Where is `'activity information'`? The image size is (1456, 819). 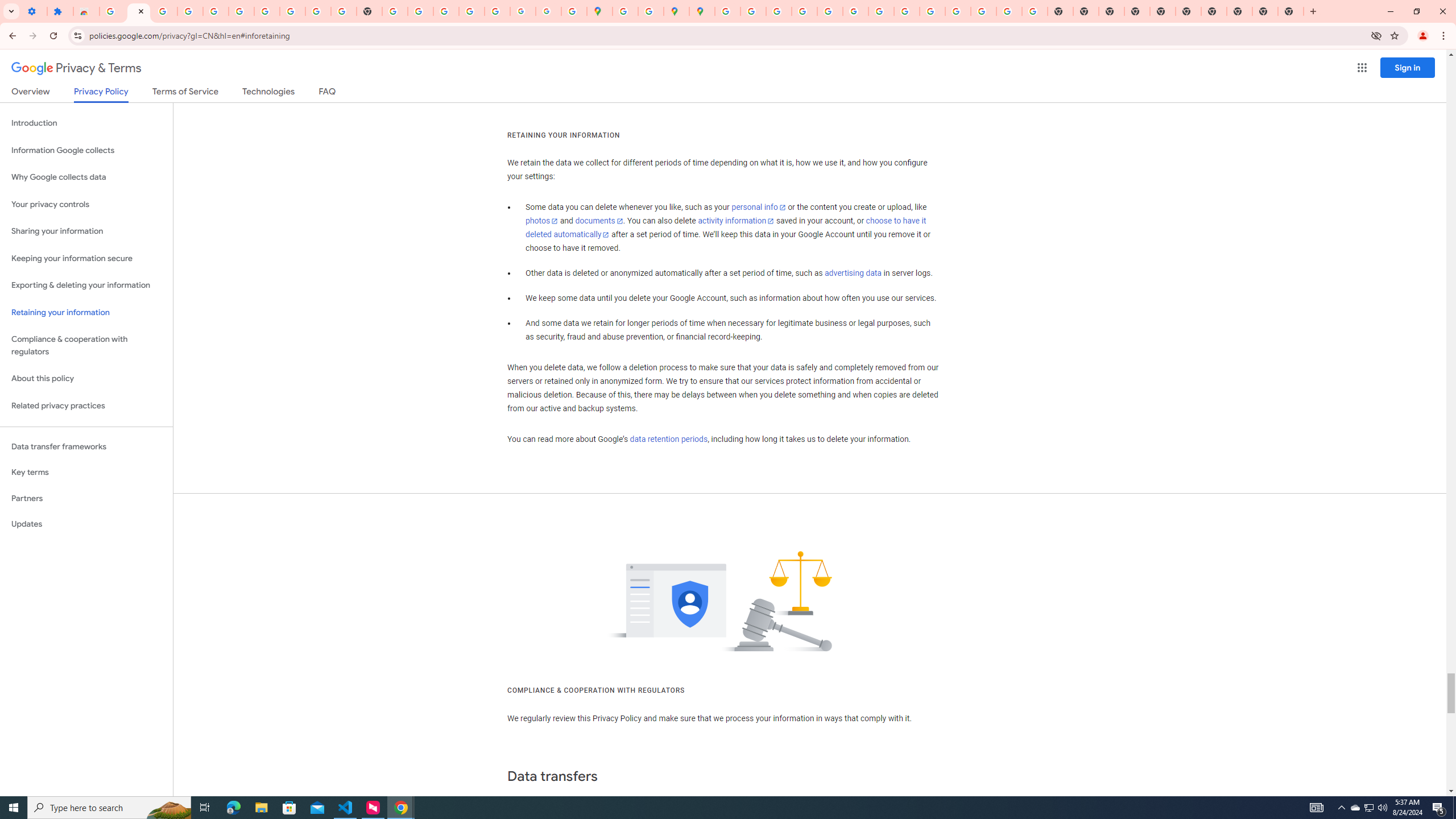 'activity information' is located at coordinates (735, 220).